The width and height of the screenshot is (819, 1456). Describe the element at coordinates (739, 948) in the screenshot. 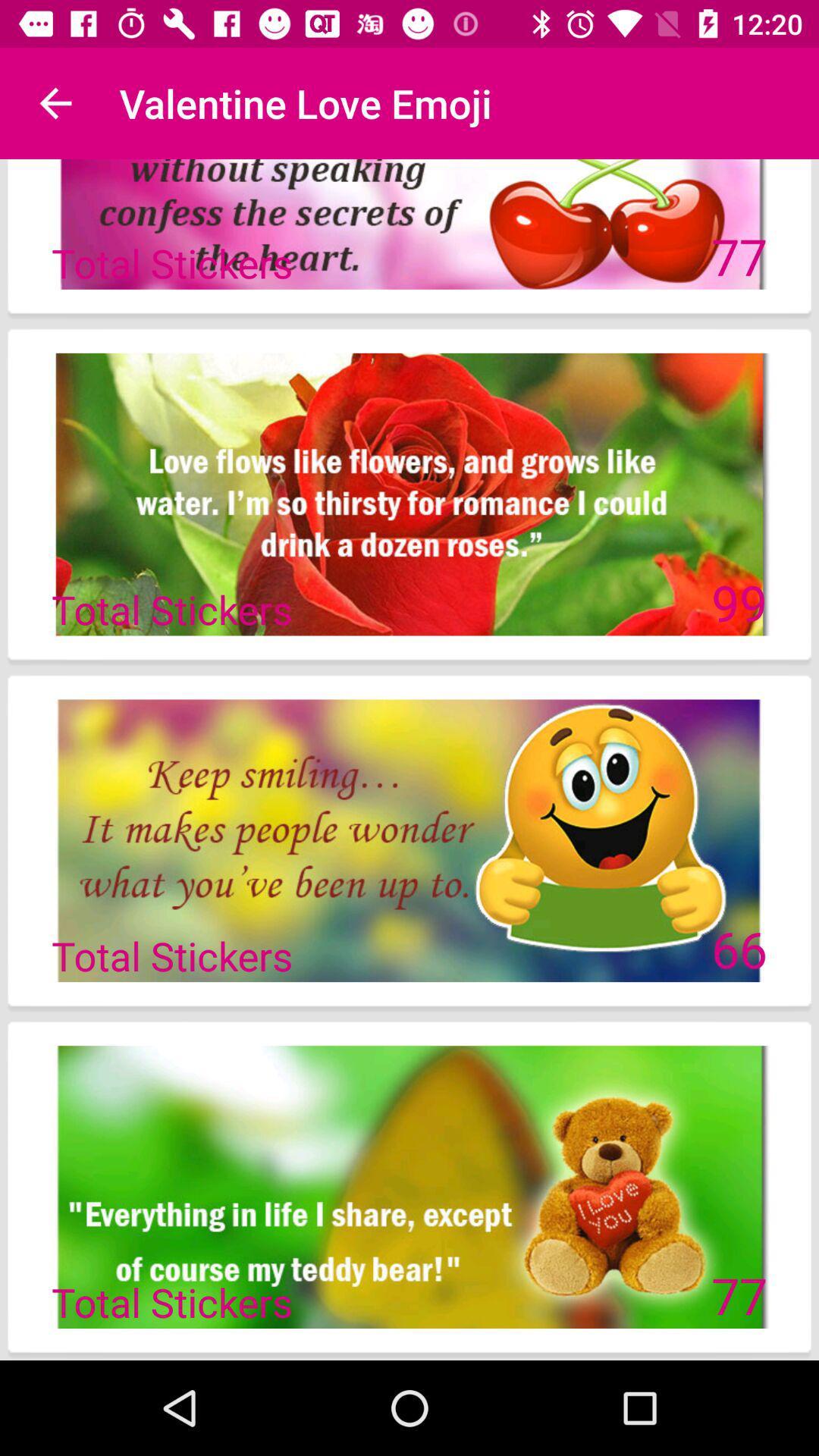

I see `the icon next to the total stickers icon` at that location.